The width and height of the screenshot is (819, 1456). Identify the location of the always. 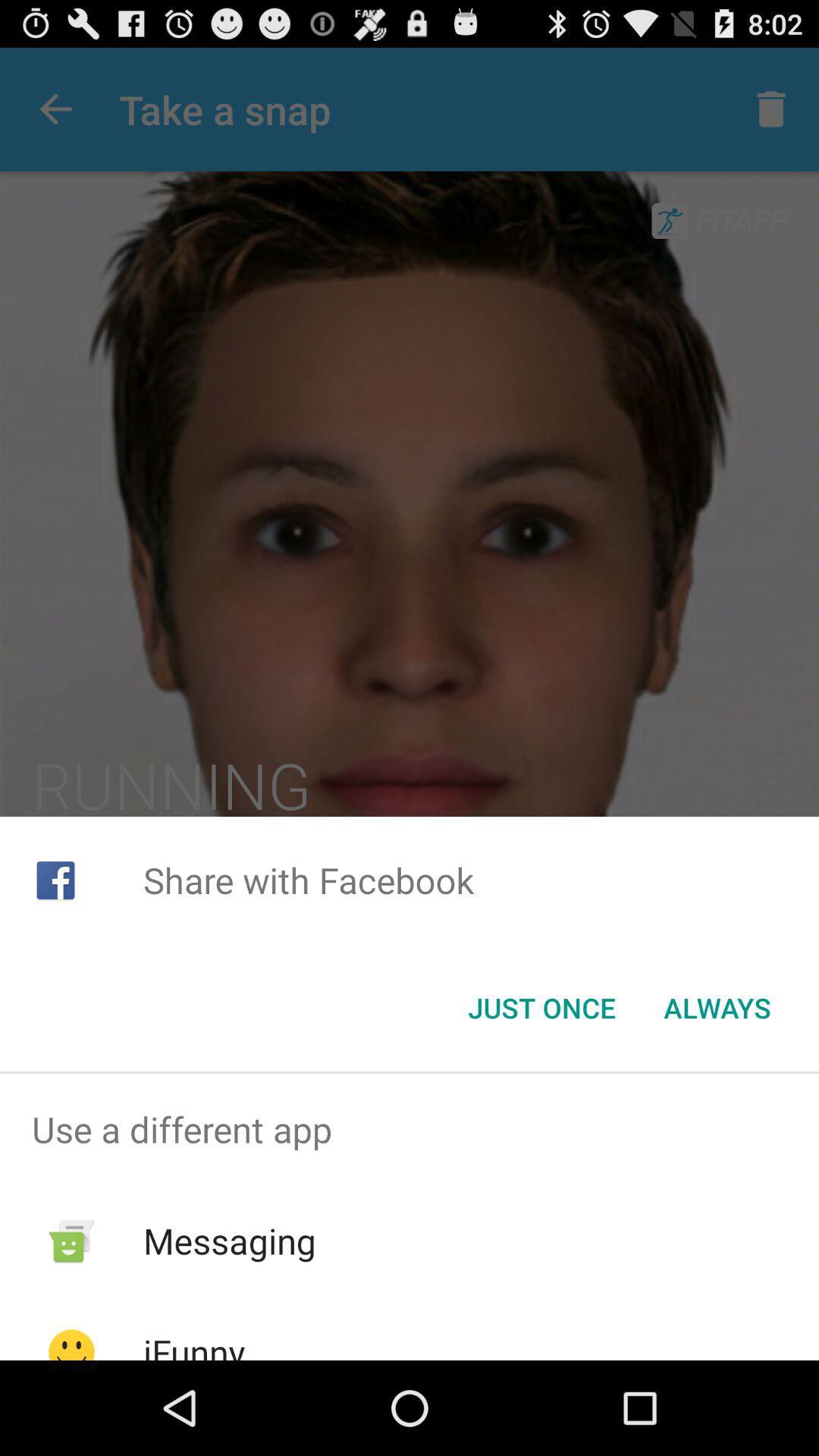
(717, 1008).